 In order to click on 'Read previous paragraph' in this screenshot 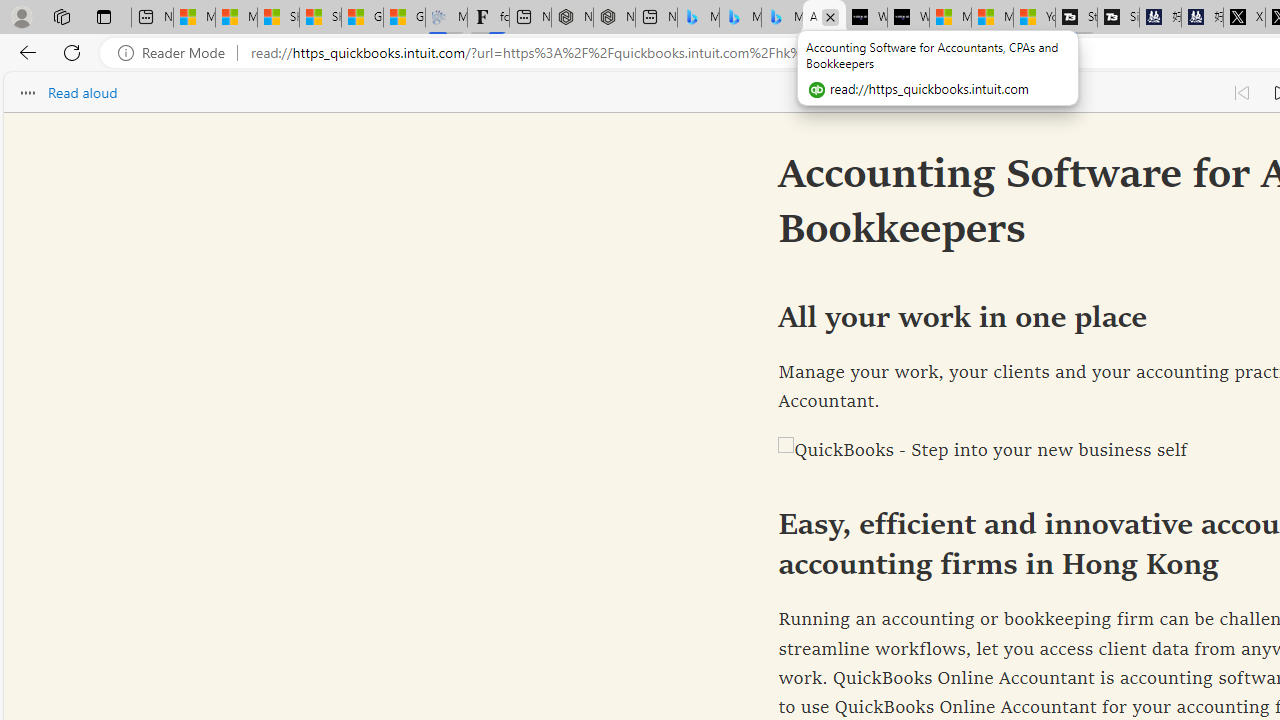, I will do `click(1241, 92)`.